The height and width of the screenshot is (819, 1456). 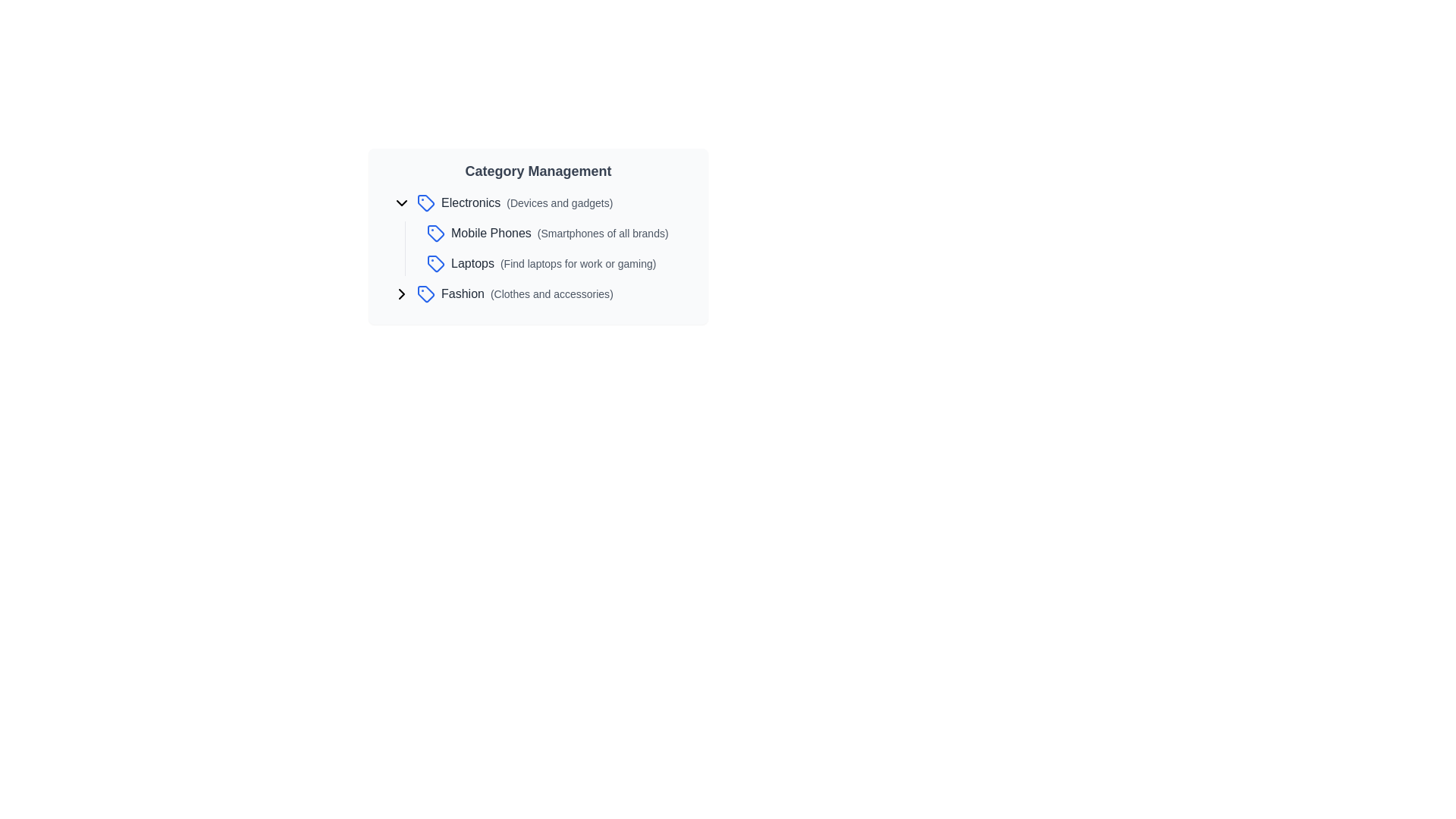 What do you see at coordinates (435, 234) in the screenshot?
I see `the blue outlined tag icon located to the left of the 'Mobile Phones' text in the 'Mobile Phones (Smartphones of all brands)' section` at bounding box center [435, 234].